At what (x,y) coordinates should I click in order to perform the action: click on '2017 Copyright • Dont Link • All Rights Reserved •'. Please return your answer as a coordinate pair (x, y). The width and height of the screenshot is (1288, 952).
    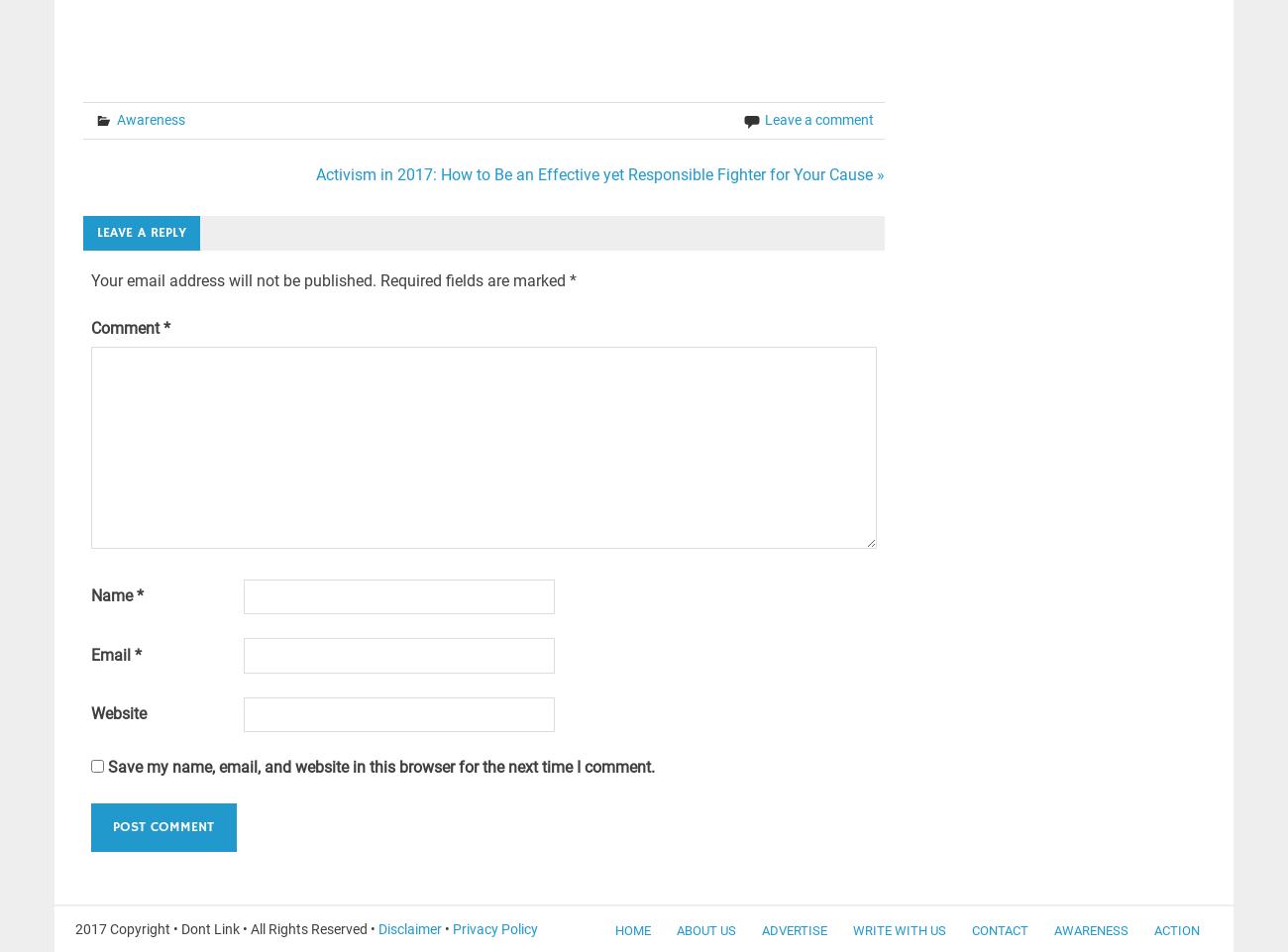
    Looking at the image, I should click on (226, 927).